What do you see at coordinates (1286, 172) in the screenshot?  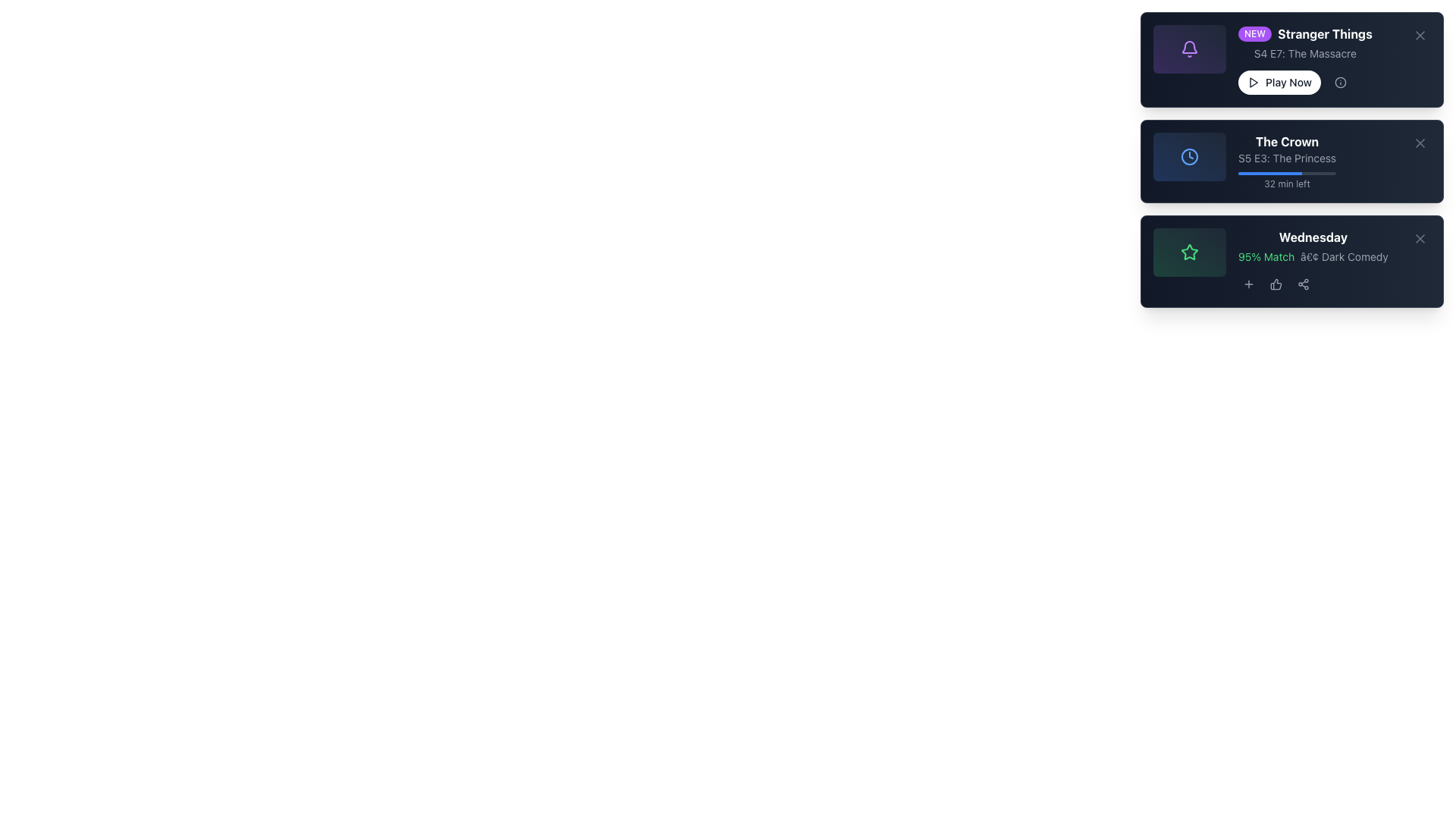 I see `the progress bar located at the center of the card labeled 'The Crown', positioned above the text '32 min left'` at bounding box center [1286, 172].